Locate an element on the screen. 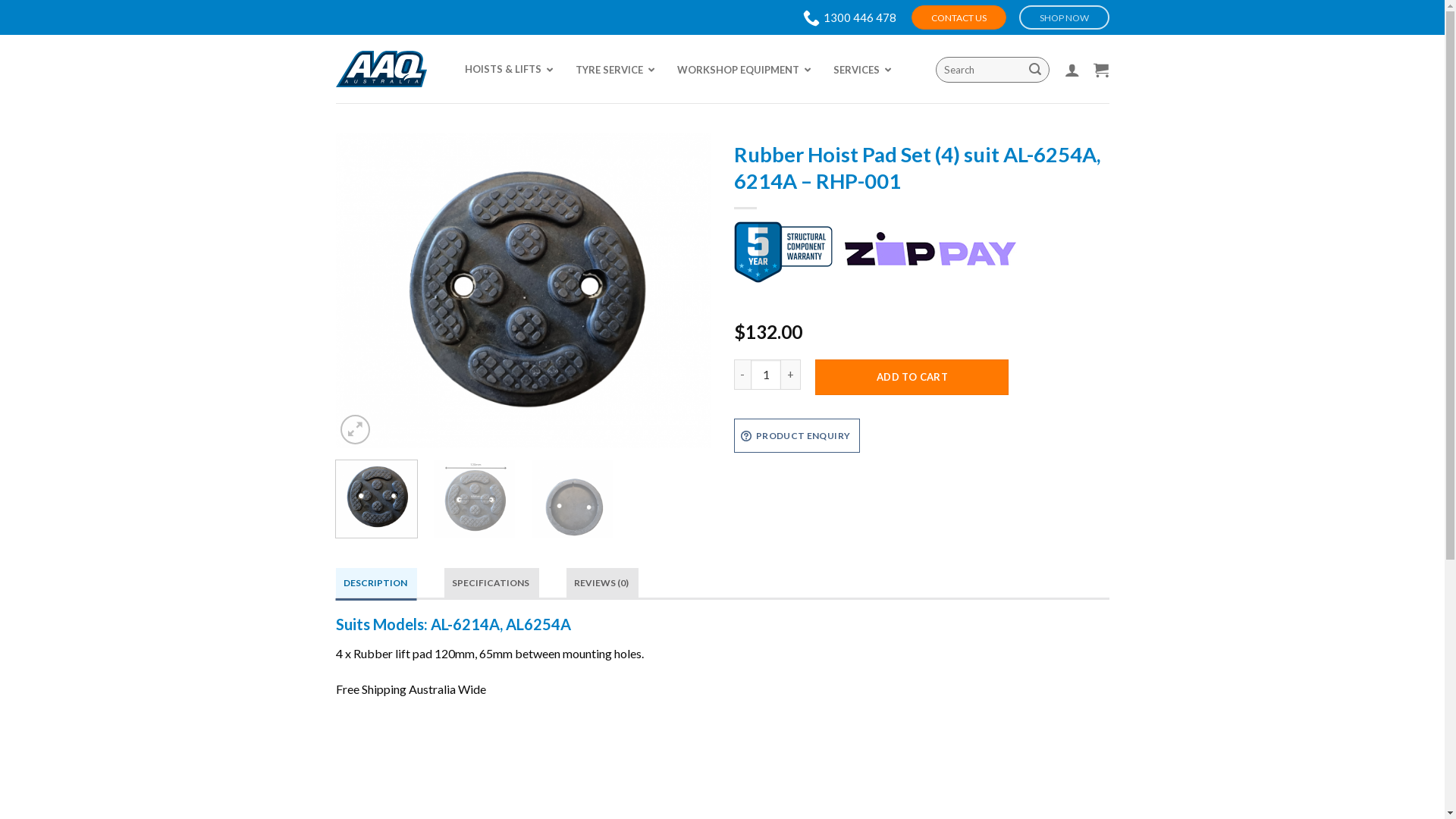 The height and width of the screenshot is (819, 1456). 'AAQ - Advance Auto Quip' is located at coordinates (381, 69).